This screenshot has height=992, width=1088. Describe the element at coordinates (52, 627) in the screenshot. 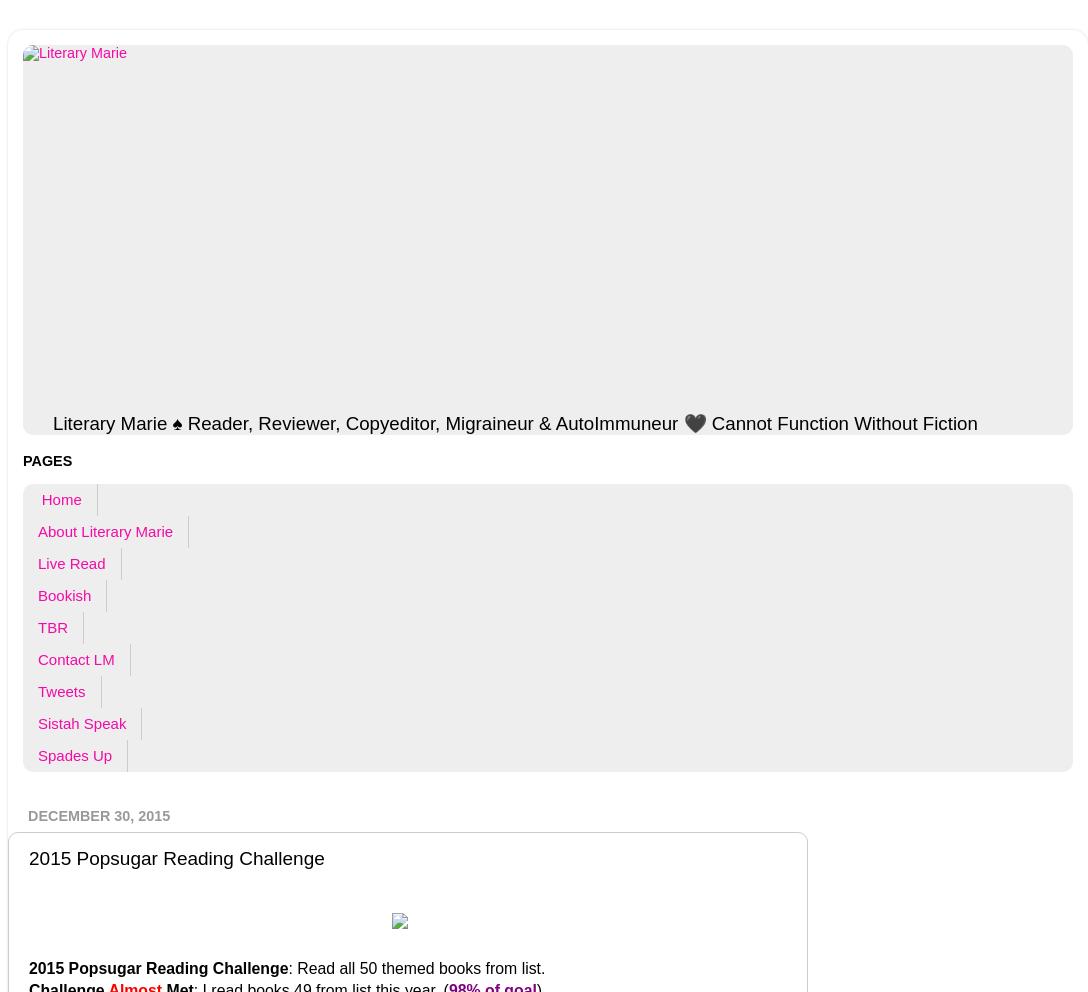

I see `'TBR'` at that location.